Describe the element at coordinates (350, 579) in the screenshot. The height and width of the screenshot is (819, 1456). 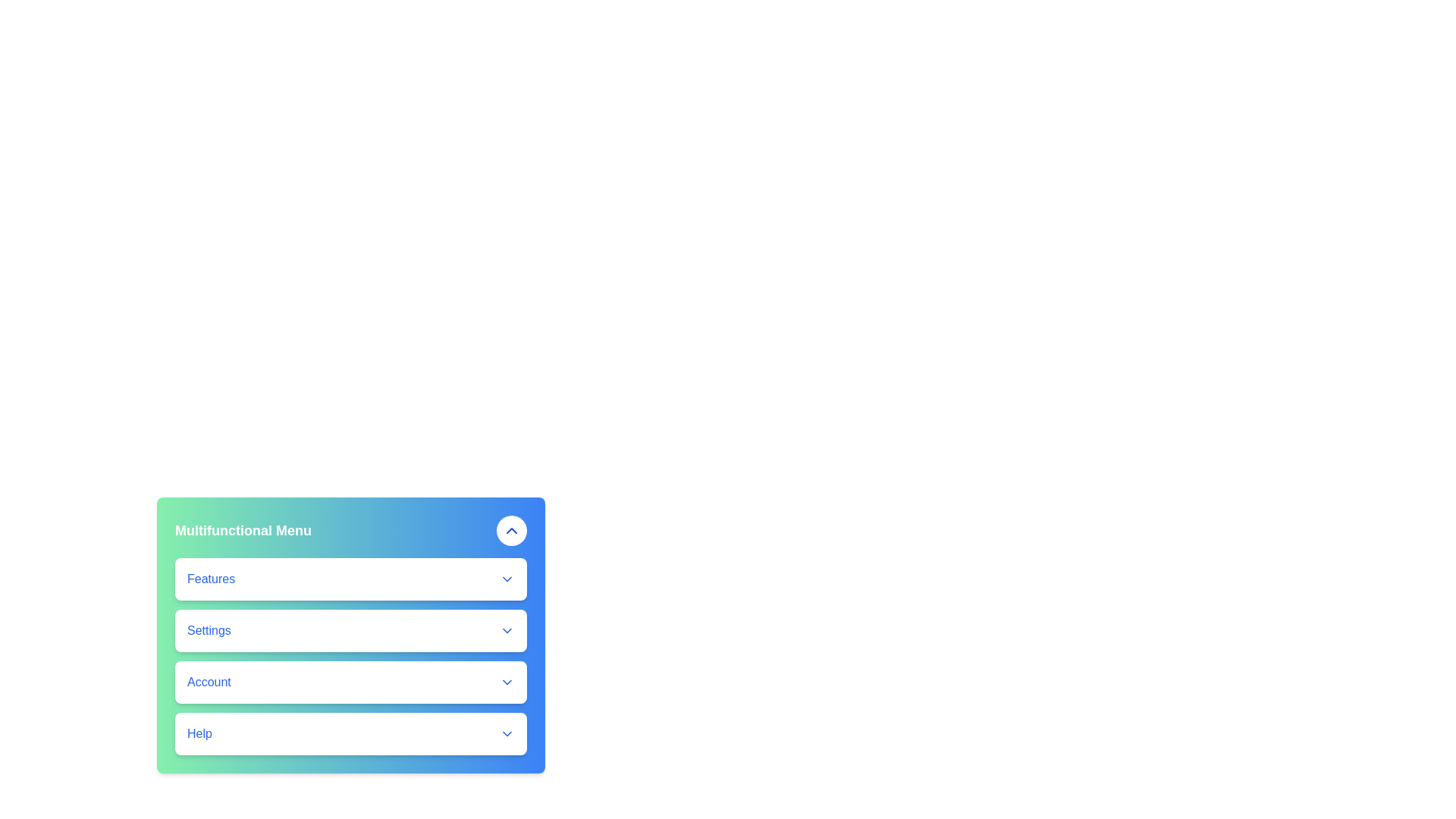
I see `the 'Features' dropdown menu item, which is the first item in the vertical list with a blue font and a downward chevron` at that location.